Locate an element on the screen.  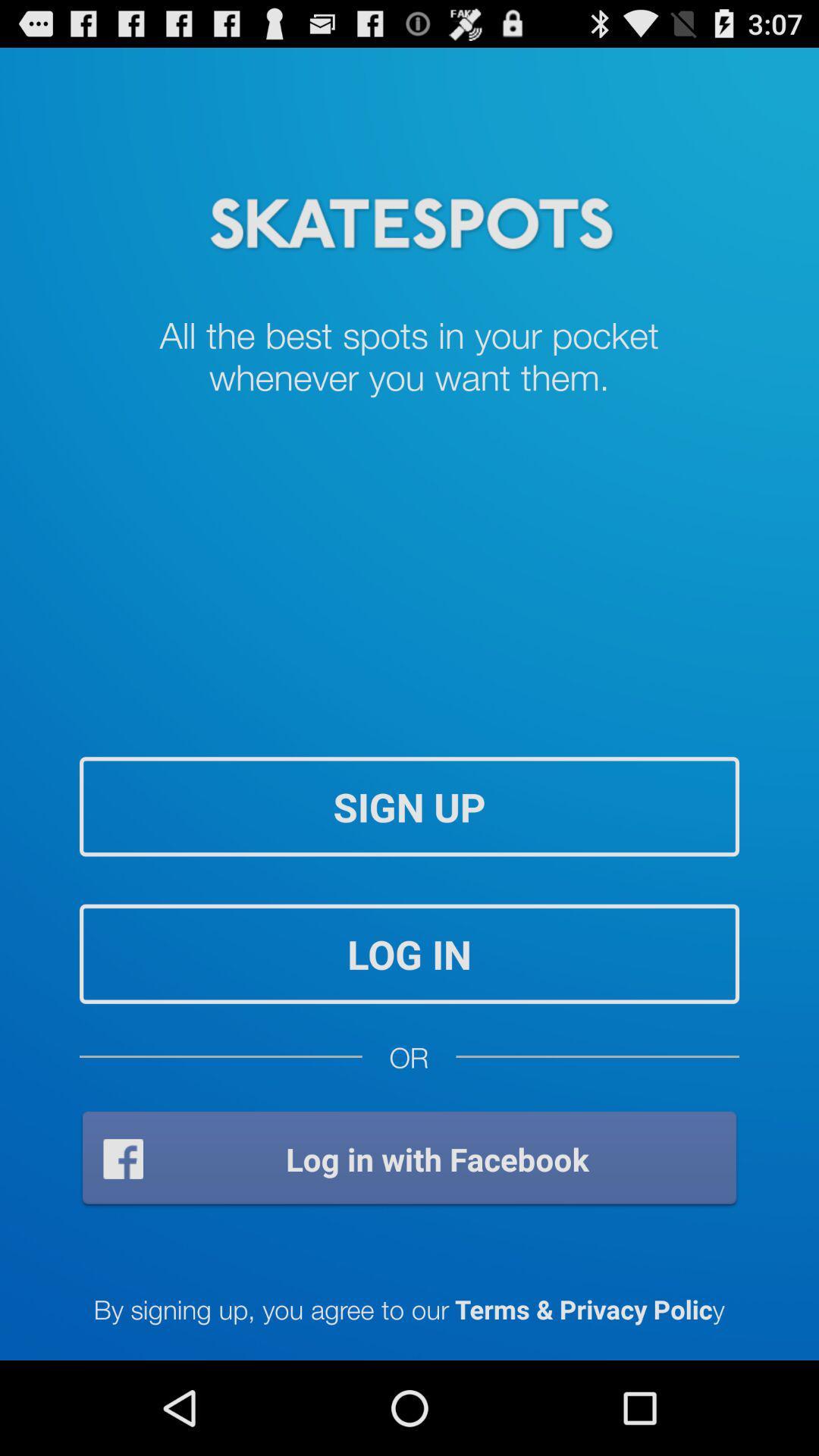
sign up button is located at coordinates (409, 805).